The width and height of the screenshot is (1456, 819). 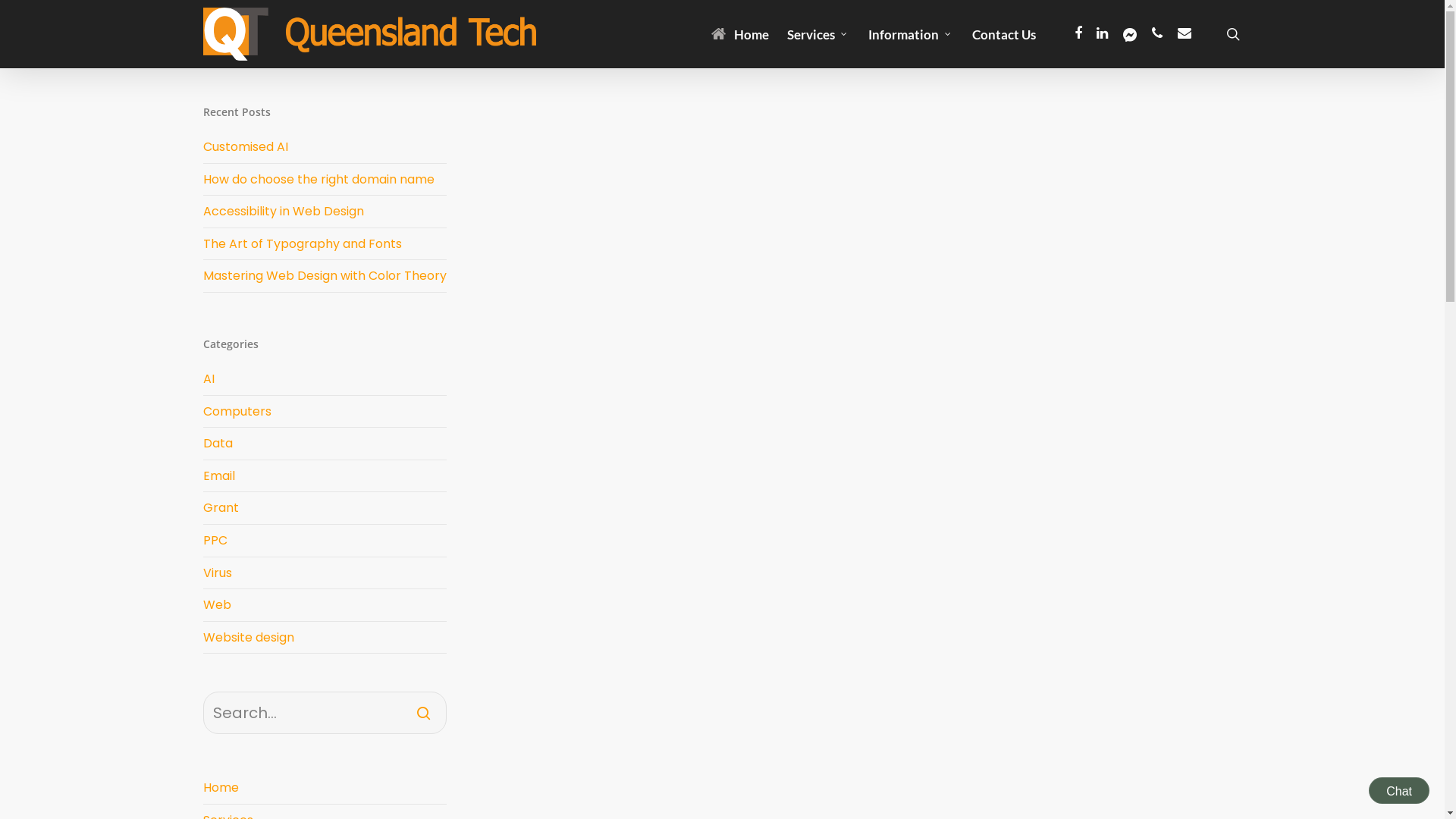 What do you see at coordinates (1368, 789) in the screenshot?
I see `'Chat'` at bounding box center [1368, 789].